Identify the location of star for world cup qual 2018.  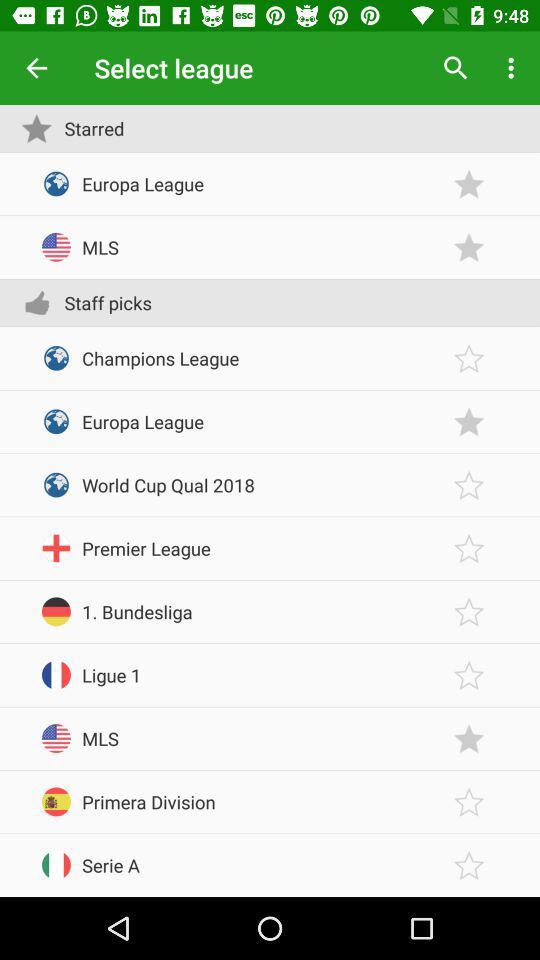
(469, 484).